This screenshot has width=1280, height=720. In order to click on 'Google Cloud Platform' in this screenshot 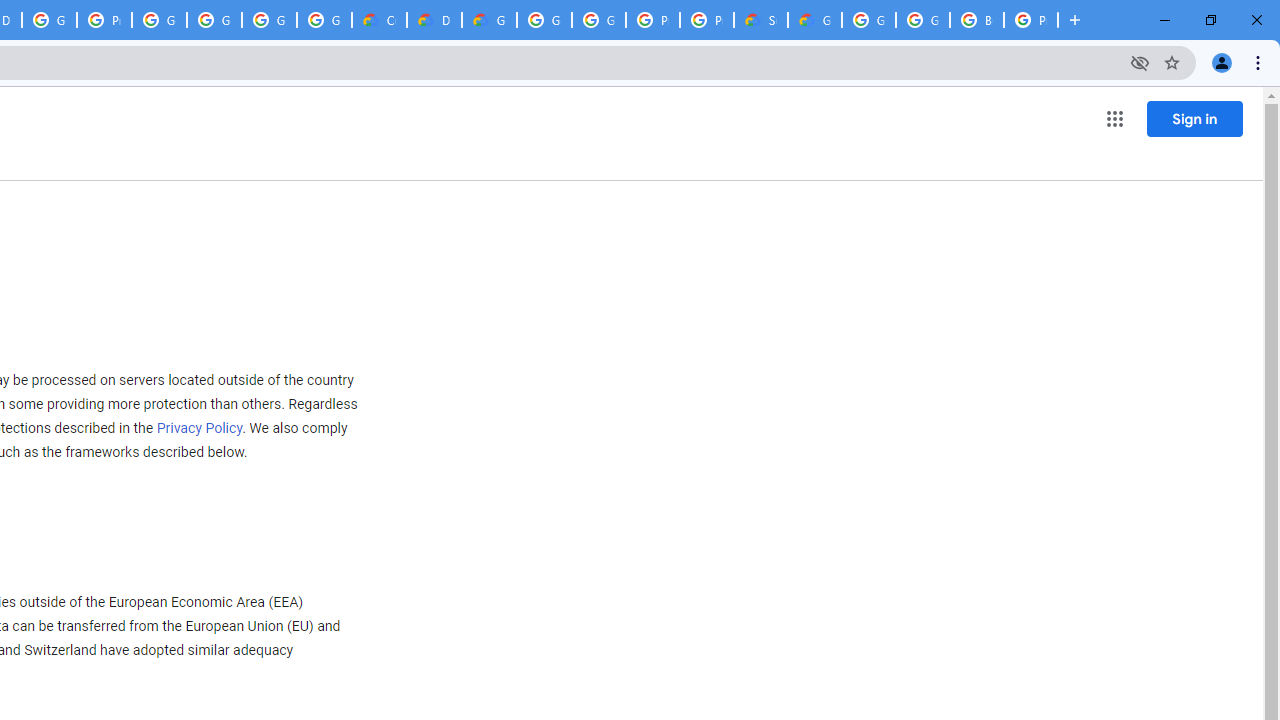, I will do `click(598, 20)`.